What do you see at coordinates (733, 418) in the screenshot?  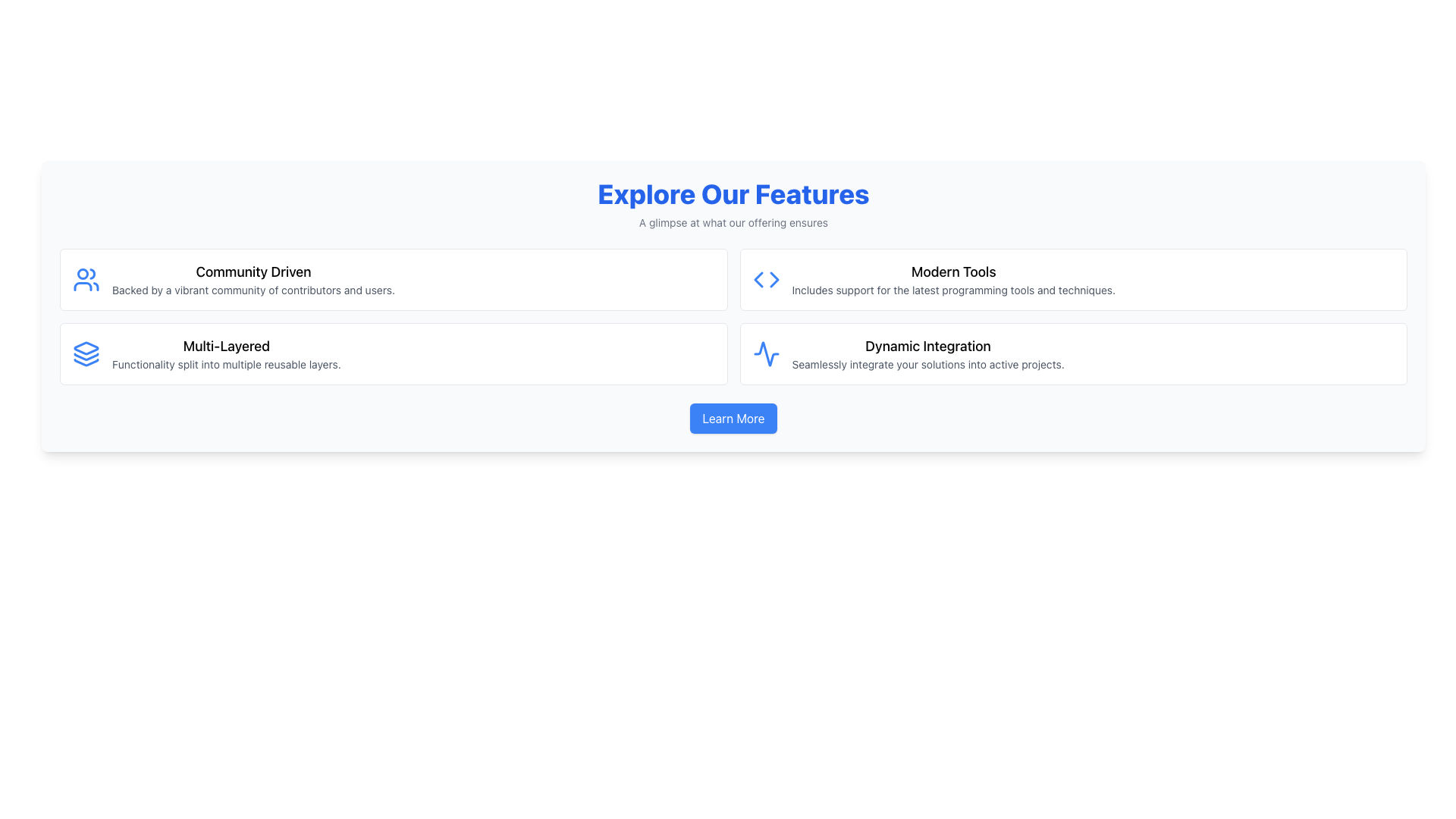 I see `the 'Explore Our Features' button located at the bottom center of the card-like section to observe a style change` at bounding box center [733, 418].